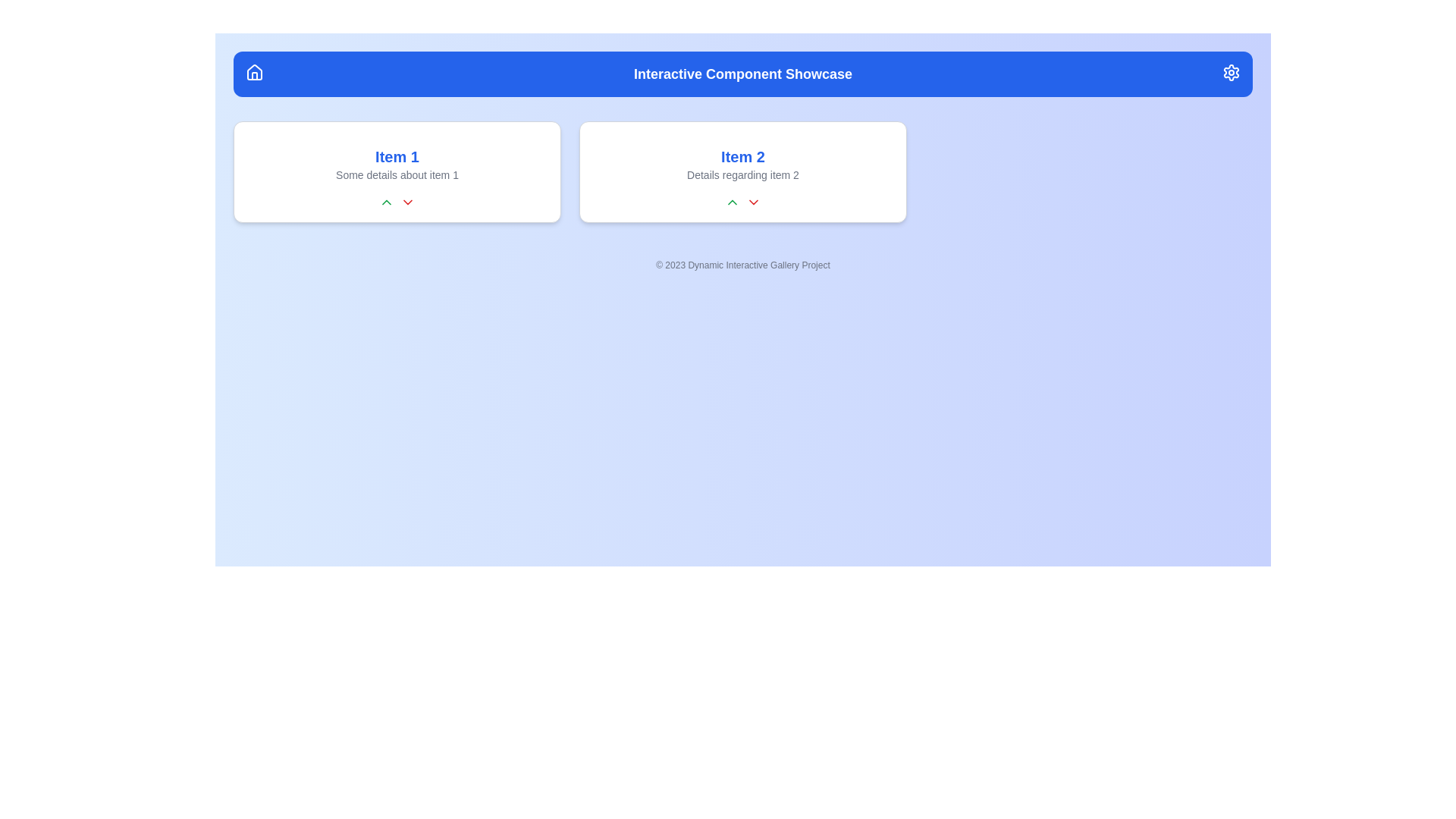  What do you see at coordinates (407, 201) in the screenshot?
I see `the Icon Button located under 'Item 1'` at bounding box center [407, 201].